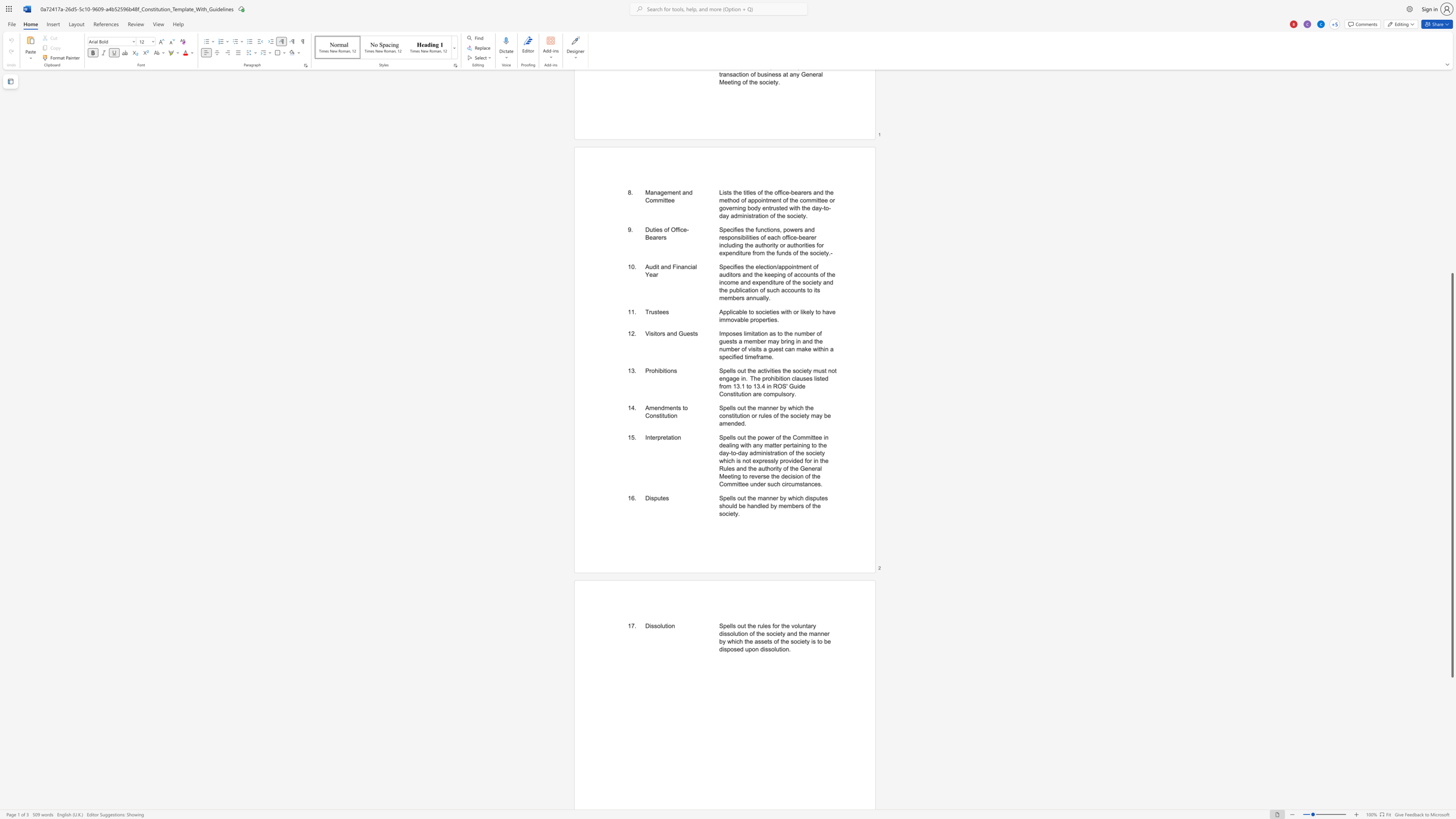  I want to click on the vertical scrollbar to raise the page content, so click(1451, 79).